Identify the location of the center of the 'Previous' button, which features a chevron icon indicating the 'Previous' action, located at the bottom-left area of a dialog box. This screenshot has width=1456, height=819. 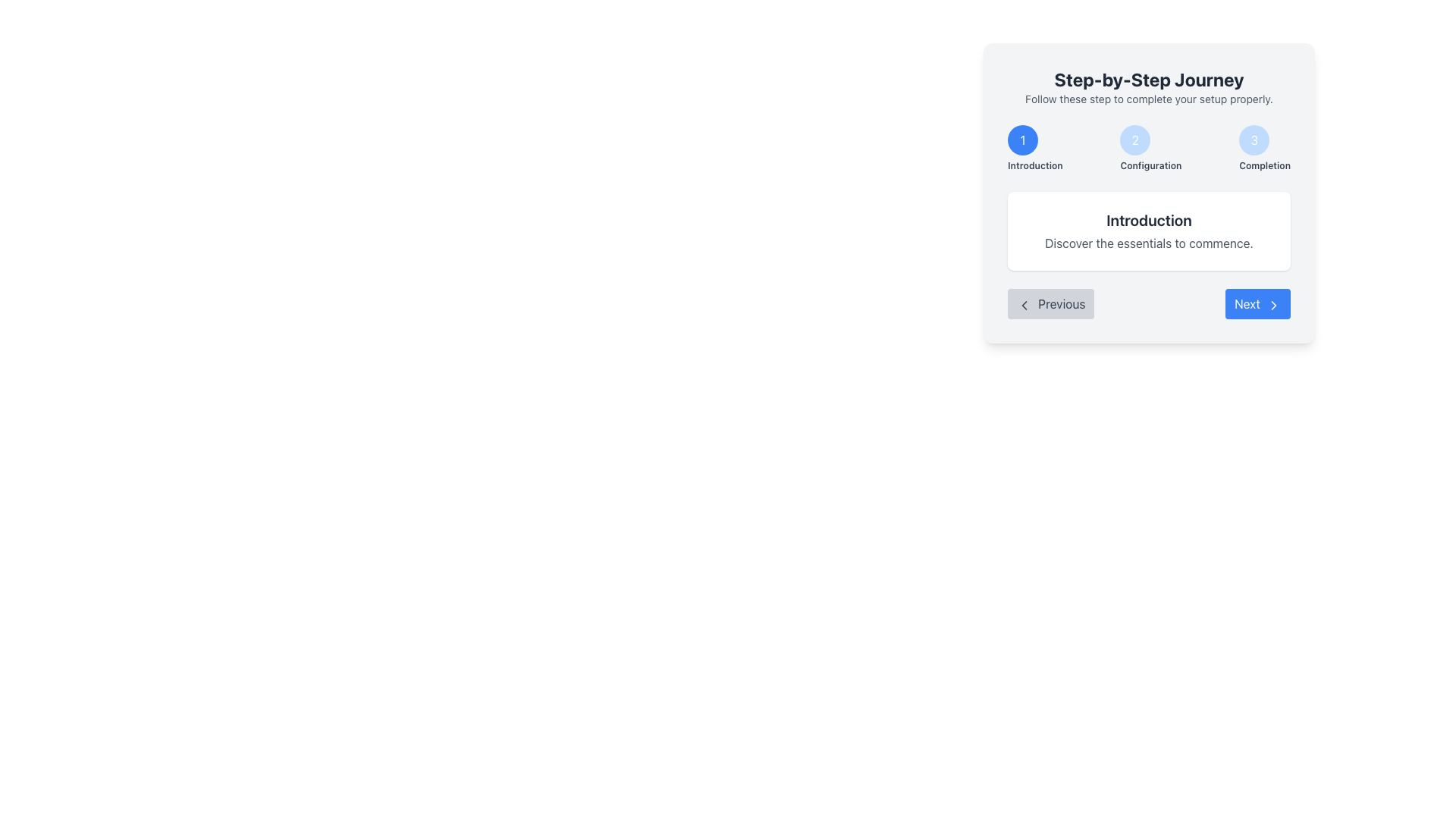
(1024, 304).